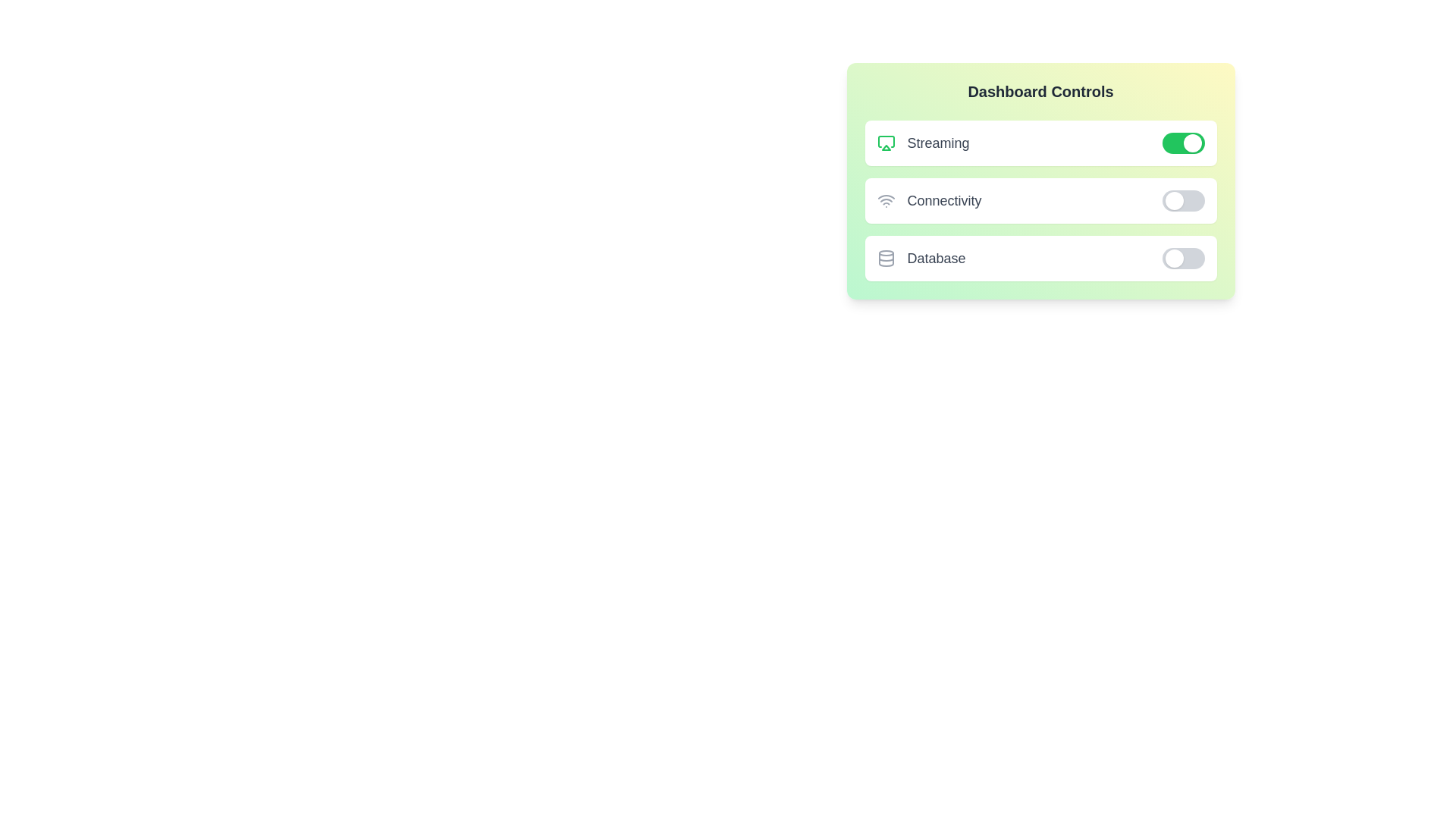 Image resolution: width=1456 pixels, height=819 pixels. What do you see at coordinates (886, 257) in the screenshot?
I see `the icon corresponding to the widget labeled Database` at bounding box center [886, 257].